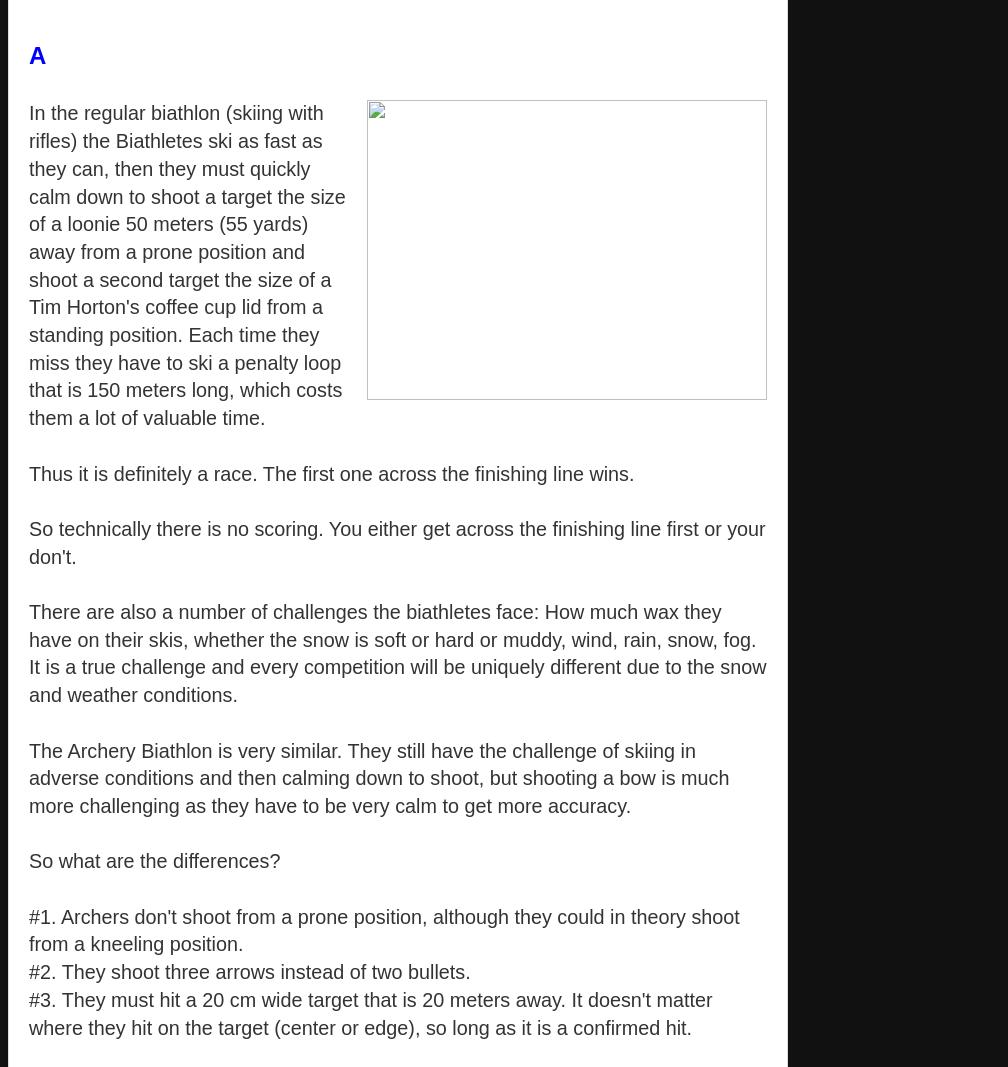 The image size is (1008, 1067). Describe the element at coordinates (396, 542) in the screenshot. I see `'So technically there is no scoring. You either get across the finishing line first or your don't.'` at that location.